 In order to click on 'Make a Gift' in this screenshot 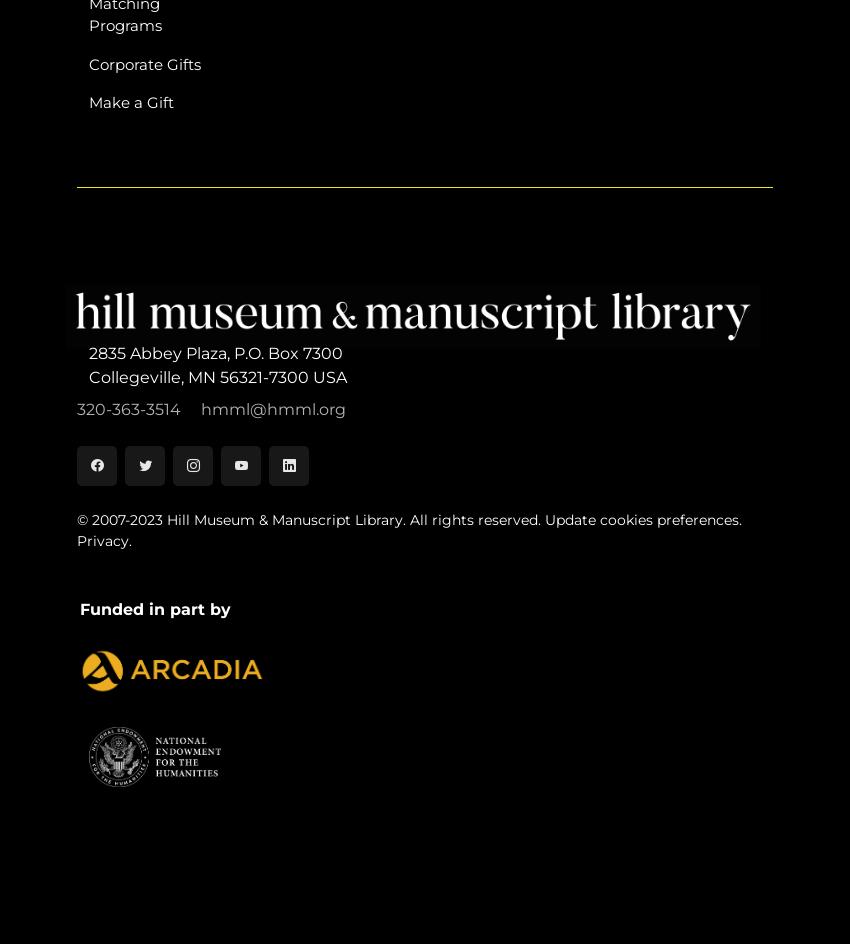, I will do `click(131, 101)`.